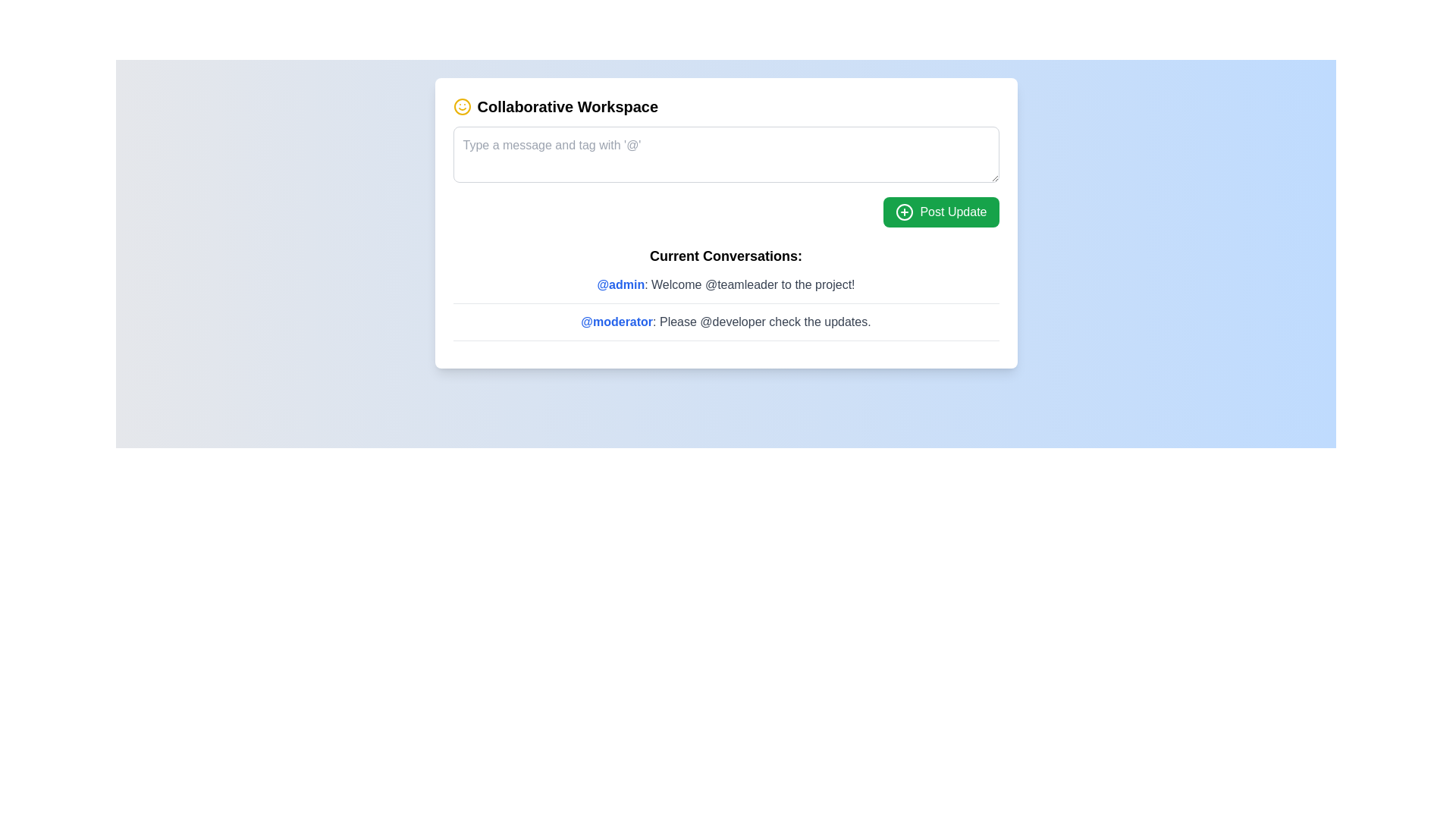 The width and height of the screenshot is (1456, 819). Describe the element at coordinates (905, 212) in the screenshot. I see `the icon within the 'Post Update' button, which serves as a visual indicator for posting updates, located to the left of the text 'Post Update'` at that location.